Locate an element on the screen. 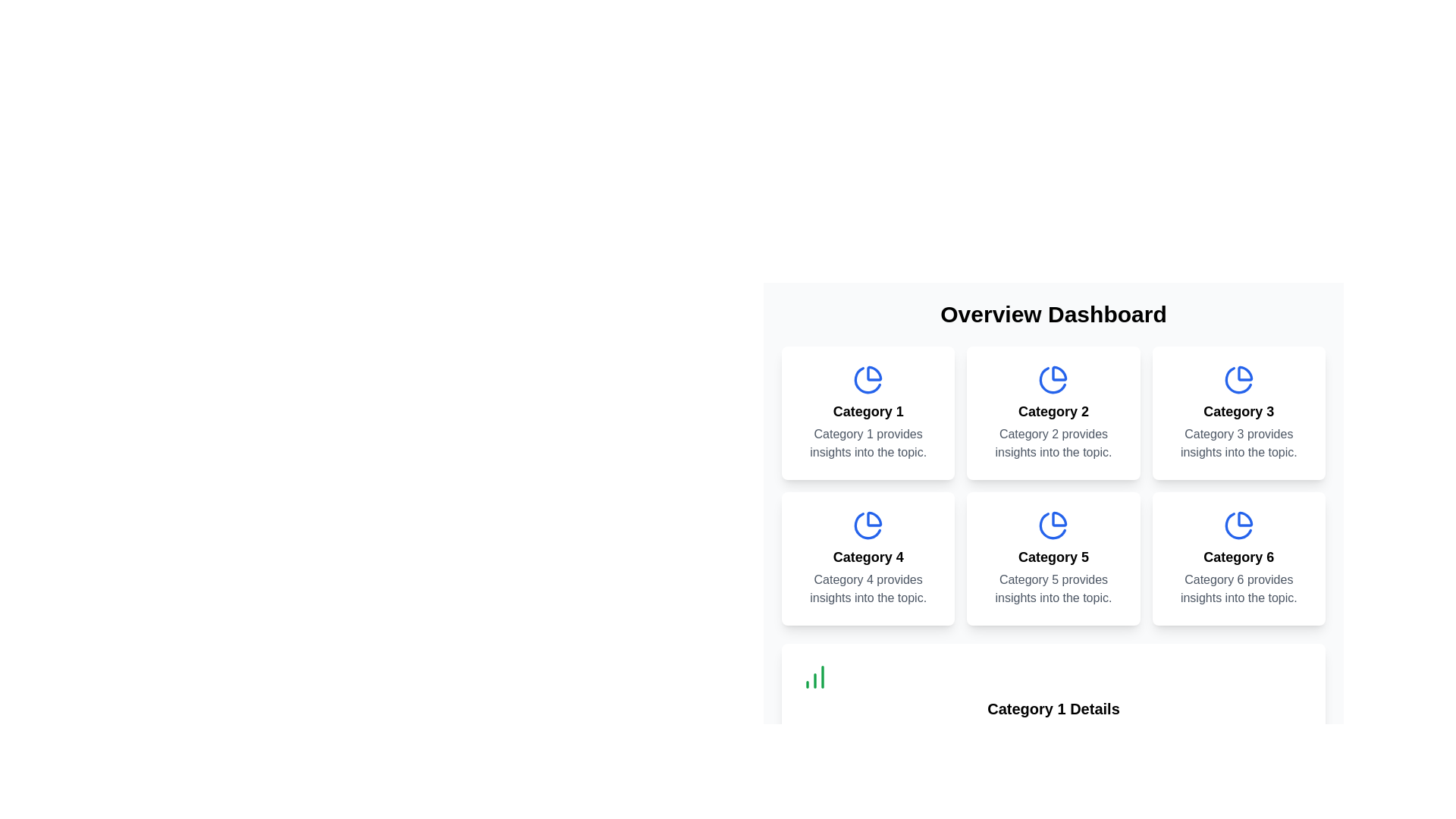  the text label reading 'Category 4' which is the second title in the card located in the second row and first column of the grid layout is located at coordinates (868, 557).